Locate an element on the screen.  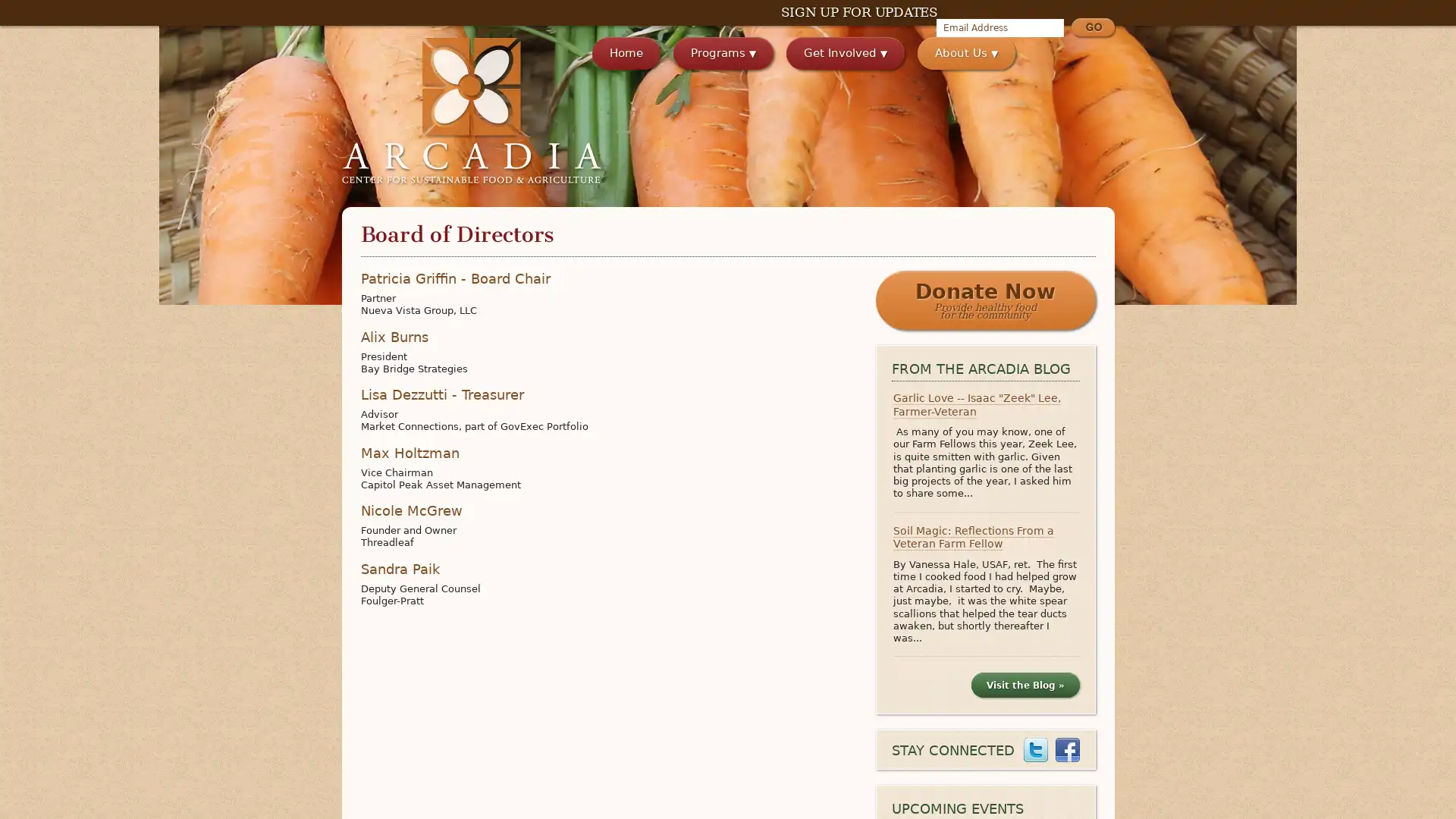
Submit is located at coordinates (1092, 29).